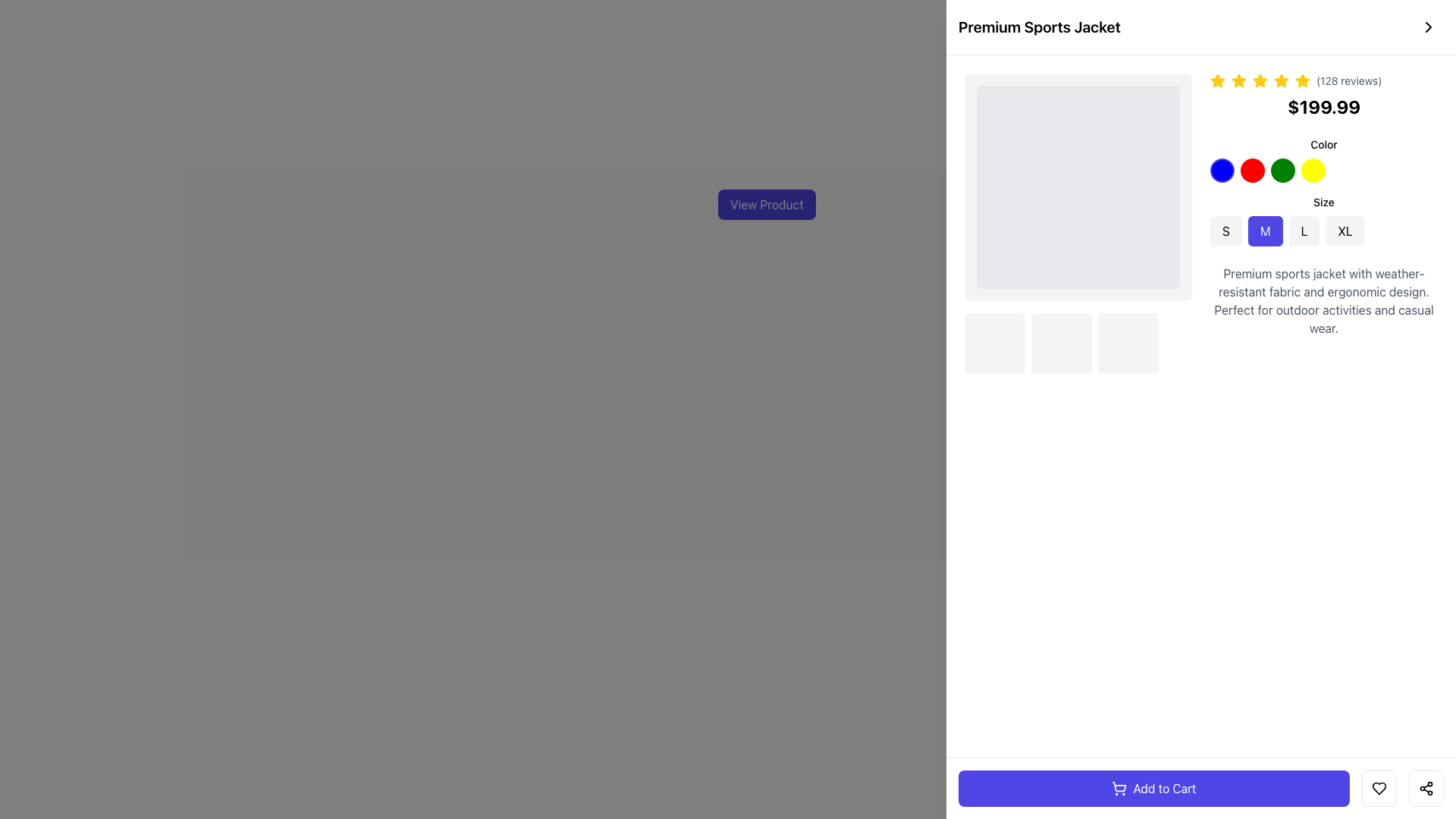 The image size is (1456, 819). I want to click on the first interactive thumbnail or option box that serves as a selector for a product variant, positioned below the main product image and to the left of the description section, so click(994, 343).